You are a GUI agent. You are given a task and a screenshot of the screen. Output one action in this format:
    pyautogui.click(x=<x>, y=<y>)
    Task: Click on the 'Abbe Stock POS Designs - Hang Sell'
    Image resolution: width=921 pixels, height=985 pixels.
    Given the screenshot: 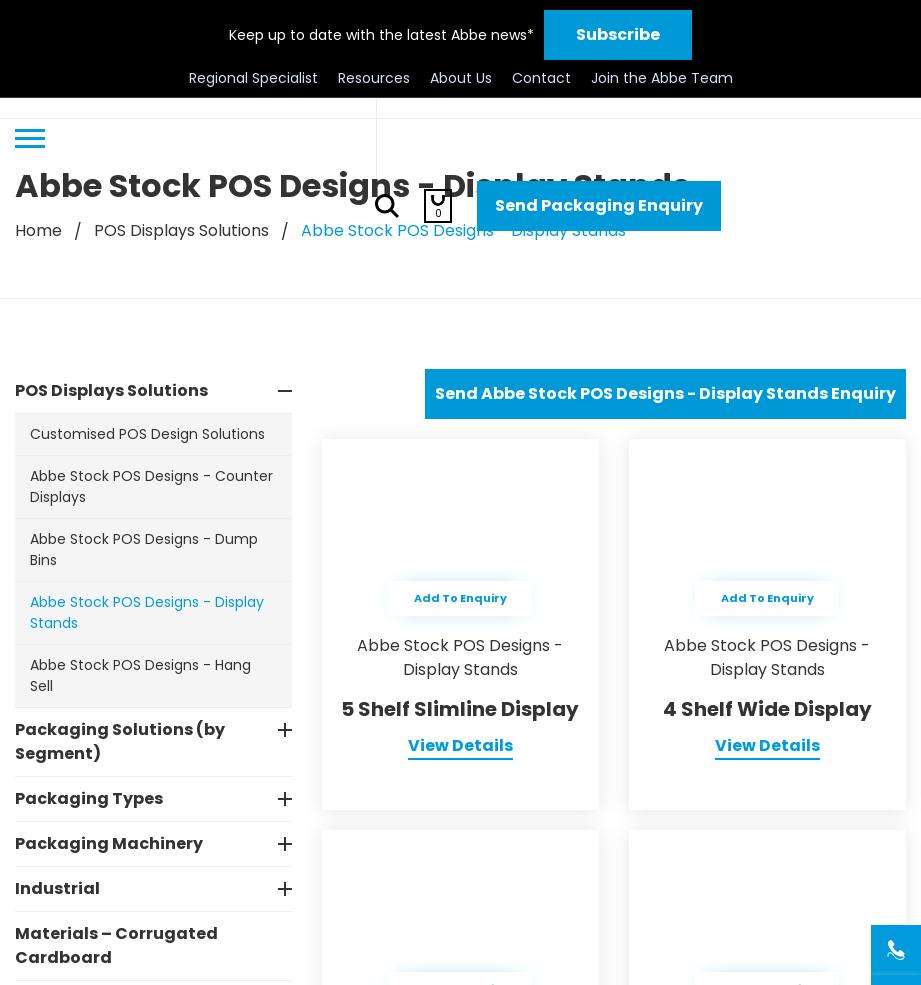 What is the action you would take?
    pyautogui.click(x=140, y=674)
    